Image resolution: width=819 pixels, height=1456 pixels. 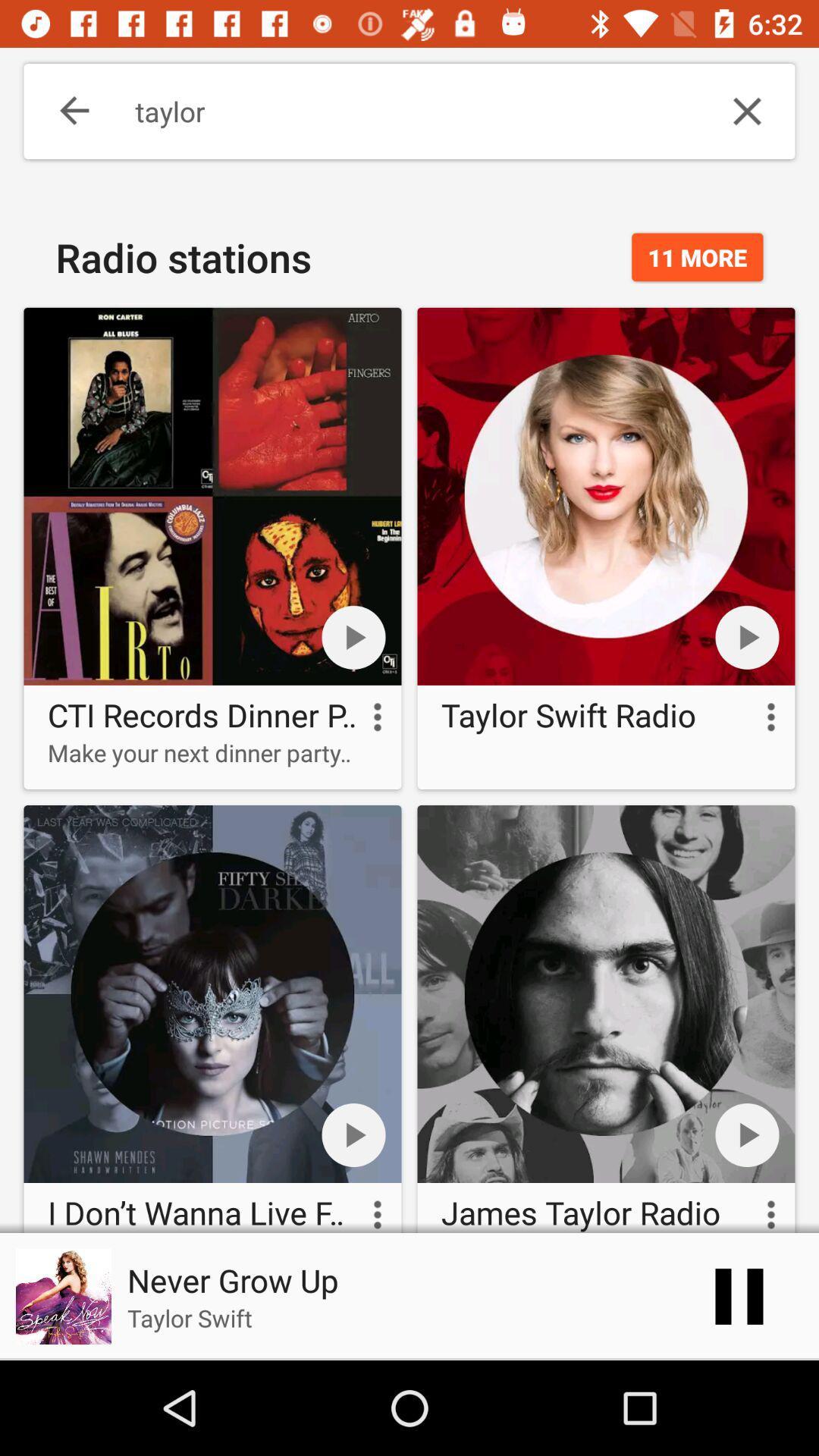 I want to click on icon to the left of taylor icon, so click(x=63, y=111).